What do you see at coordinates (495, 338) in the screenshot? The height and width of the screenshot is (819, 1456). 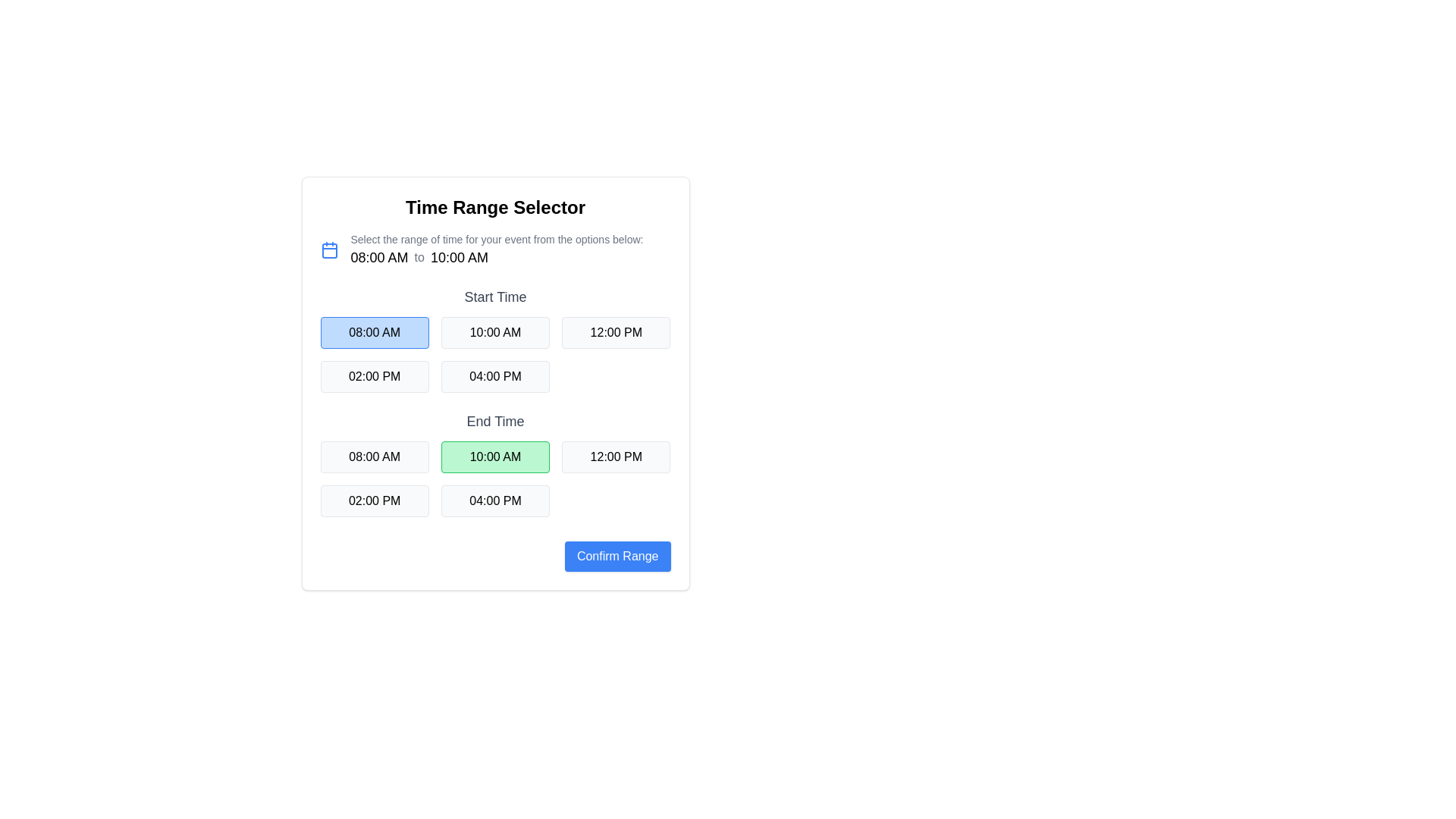 I see `the button that allows users to select '10:00 AM' as the start time for an event, located between '08:00 AM' and '12:00 PM'` at bounding box center [495, 338].